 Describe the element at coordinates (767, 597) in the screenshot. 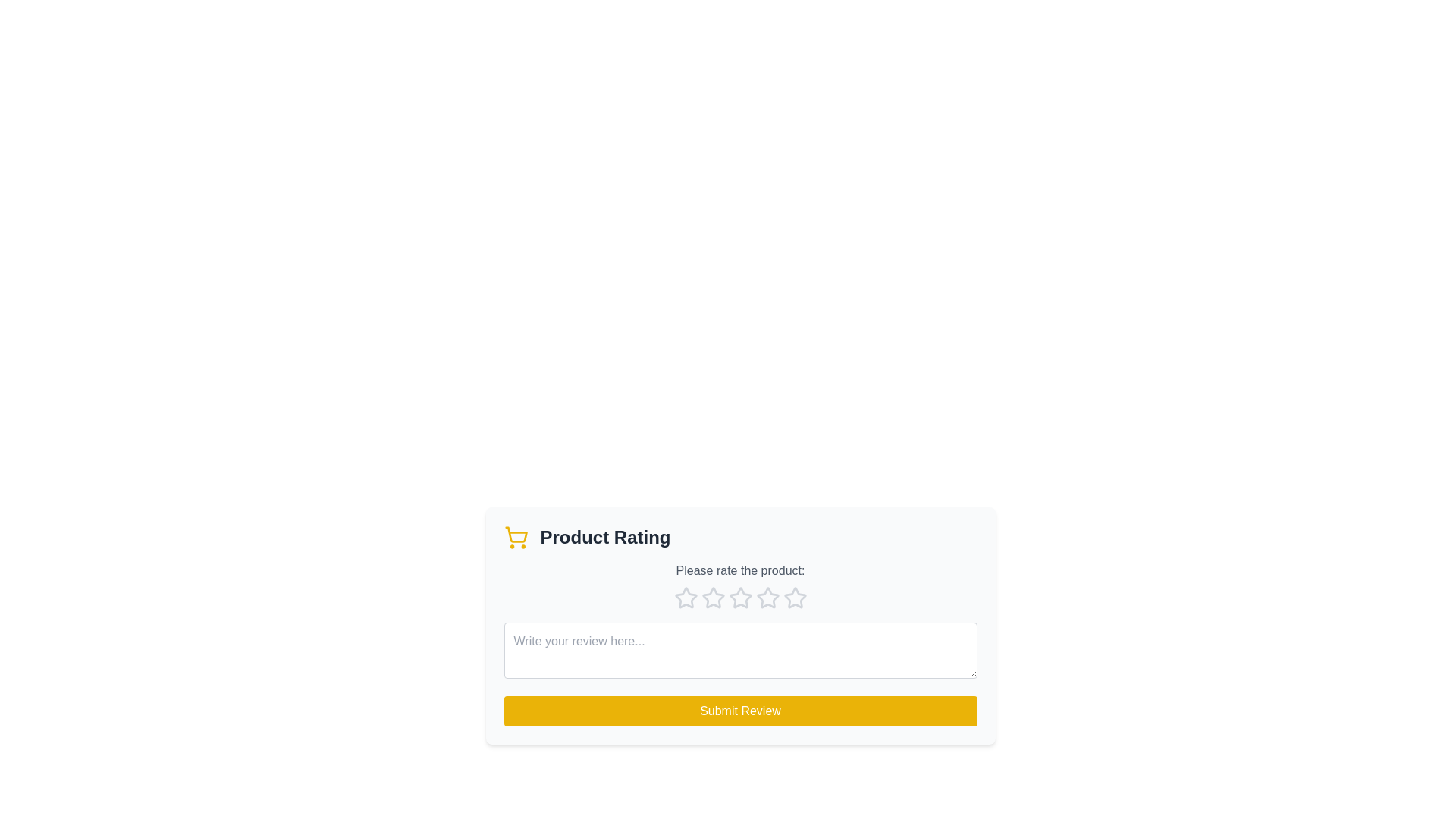

I see `the third star icon in the rating section` at that location.